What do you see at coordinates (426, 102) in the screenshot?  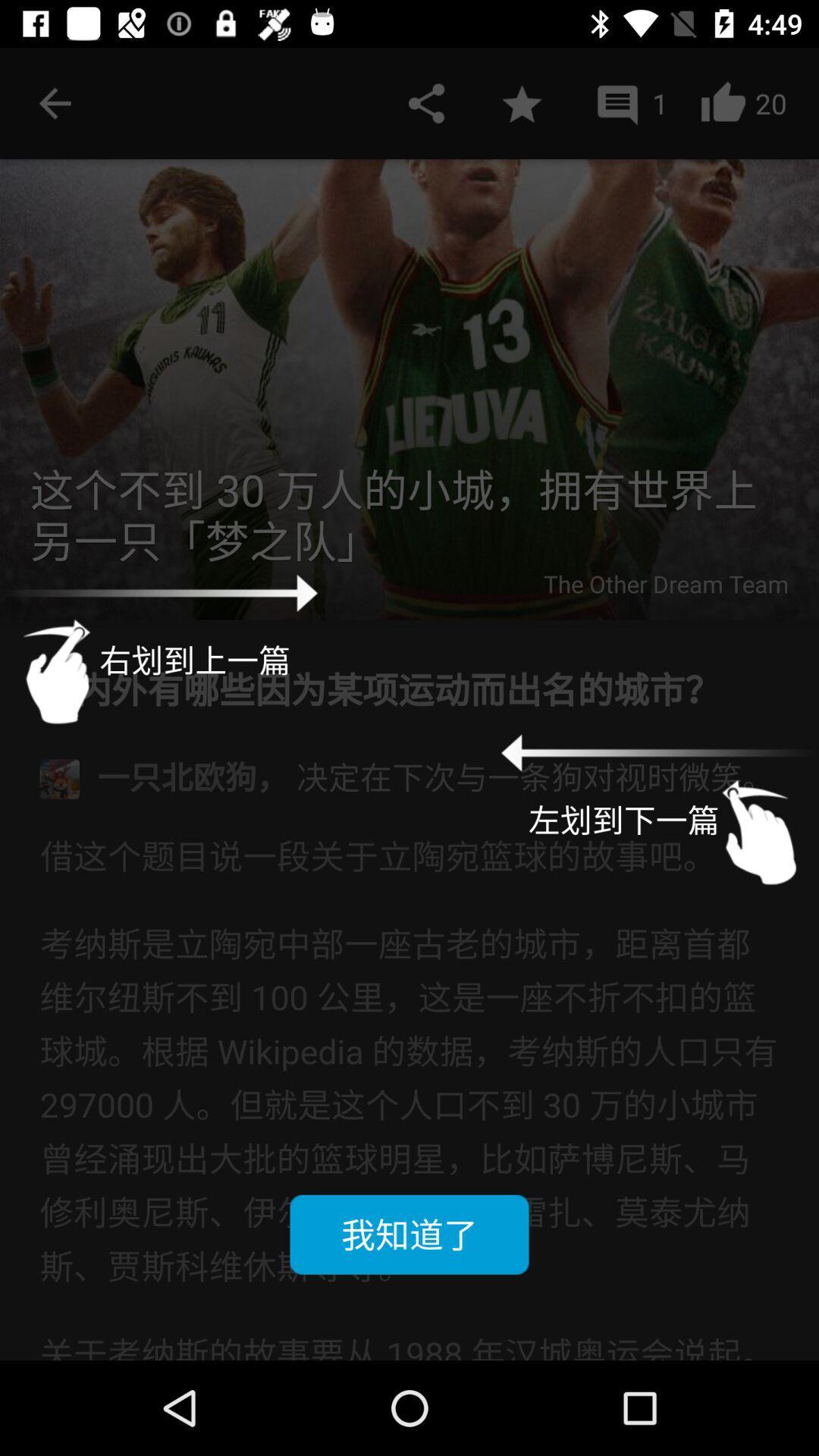 I see `share icon` at bounding box center [426, 102].